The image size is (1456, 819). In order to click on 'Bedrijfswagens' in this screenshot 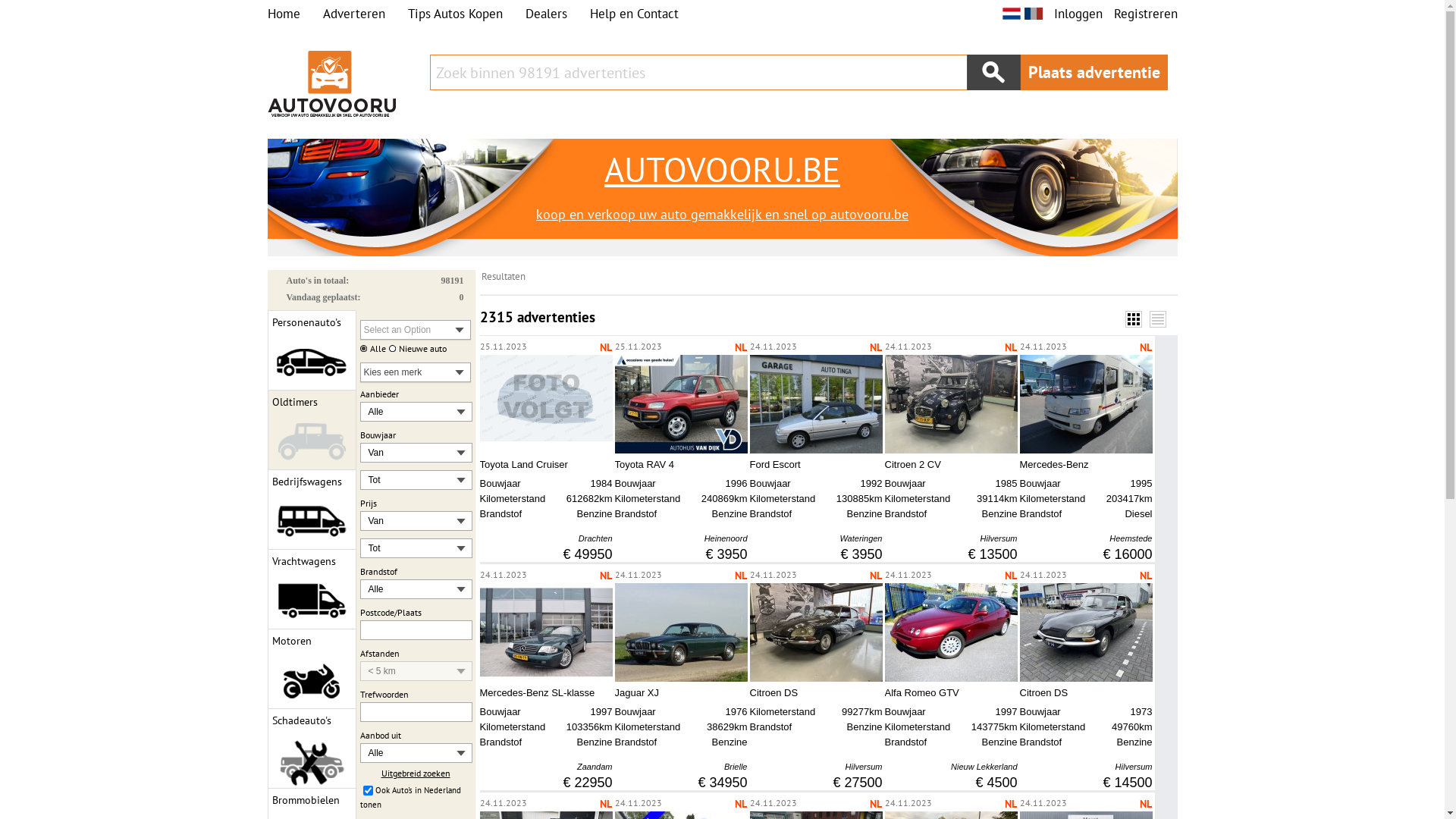, I will do `click(310, 510)`.